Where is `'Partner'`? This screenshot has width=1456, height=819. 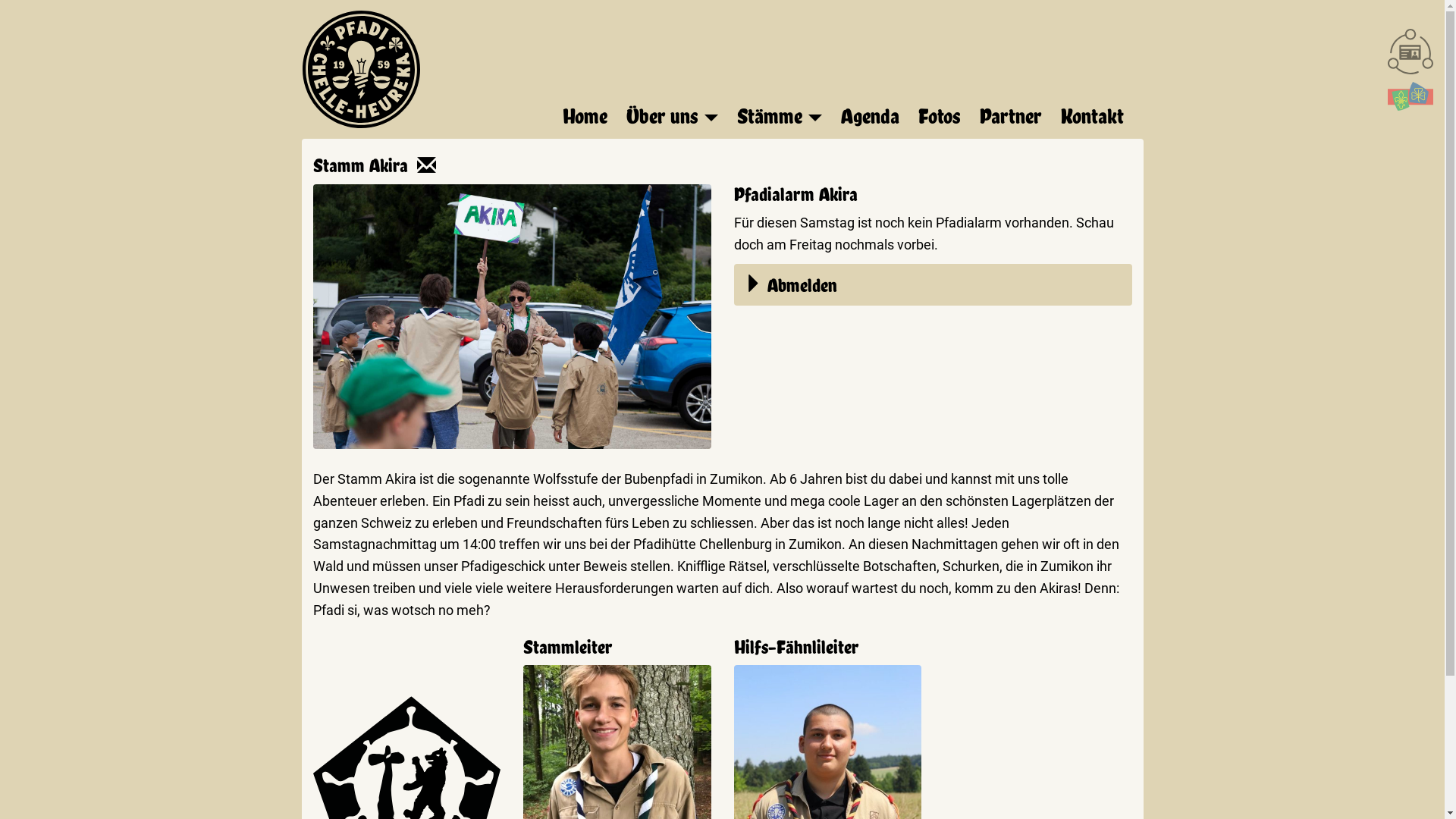 'Partner' is located at coordinates (1015, 118).